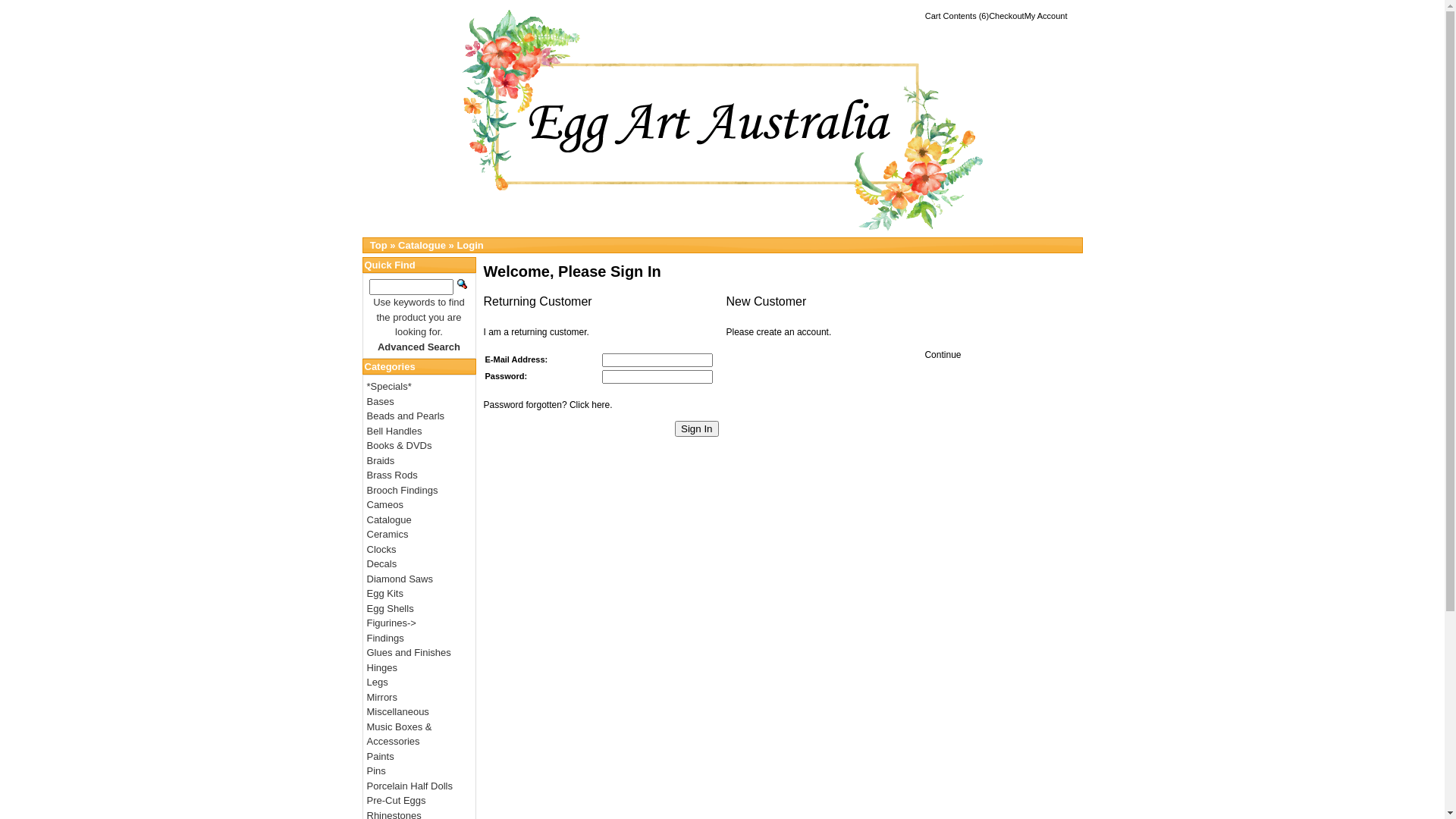 This screenshot has width=1456, height=819. Describe the element at coordinates (673, 428) in the screenshot. I see `'Sign In'` at that location.